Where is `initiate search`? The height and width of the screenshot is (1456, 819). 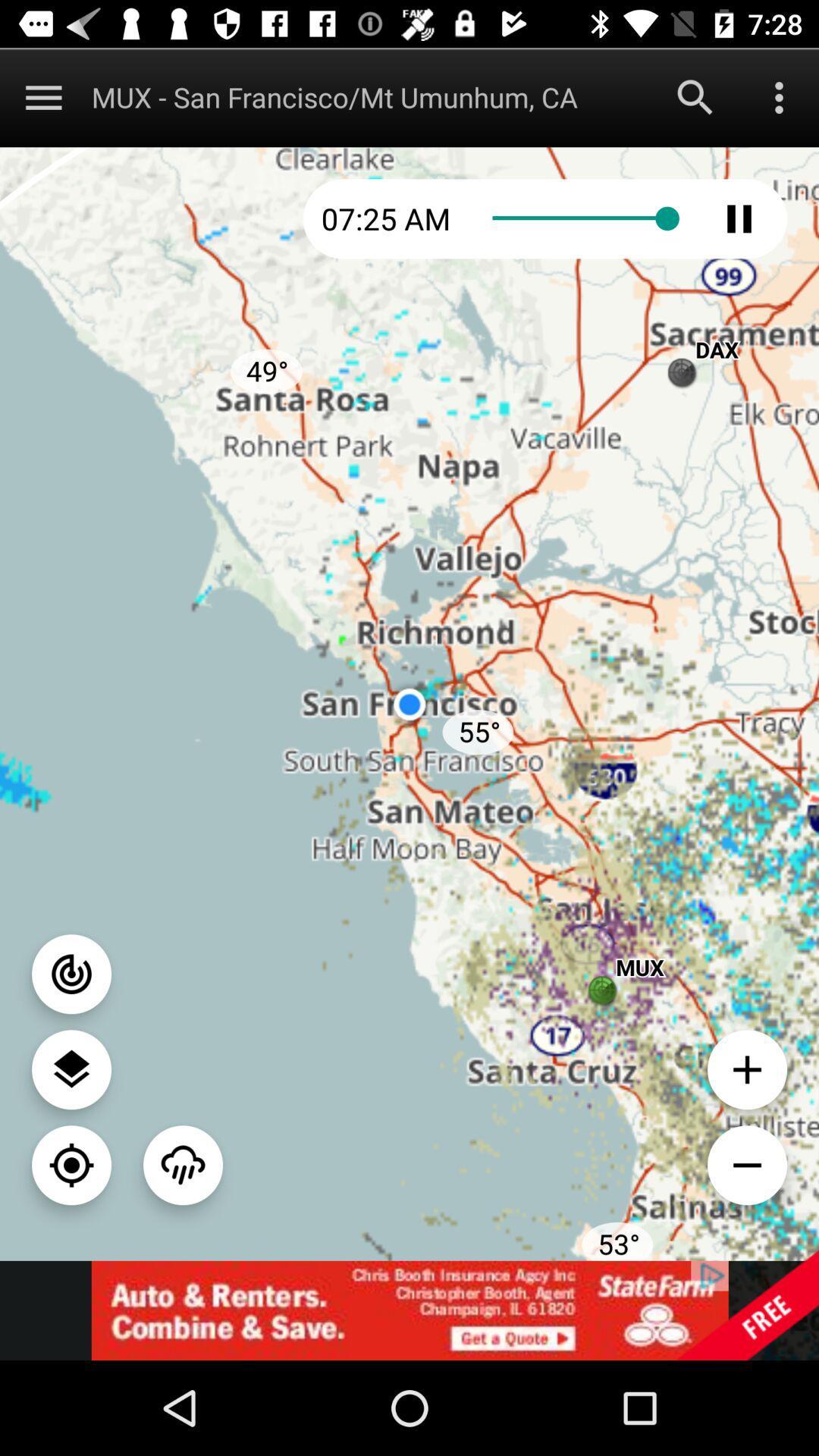
initiate search is located at coordinates (695, 96).